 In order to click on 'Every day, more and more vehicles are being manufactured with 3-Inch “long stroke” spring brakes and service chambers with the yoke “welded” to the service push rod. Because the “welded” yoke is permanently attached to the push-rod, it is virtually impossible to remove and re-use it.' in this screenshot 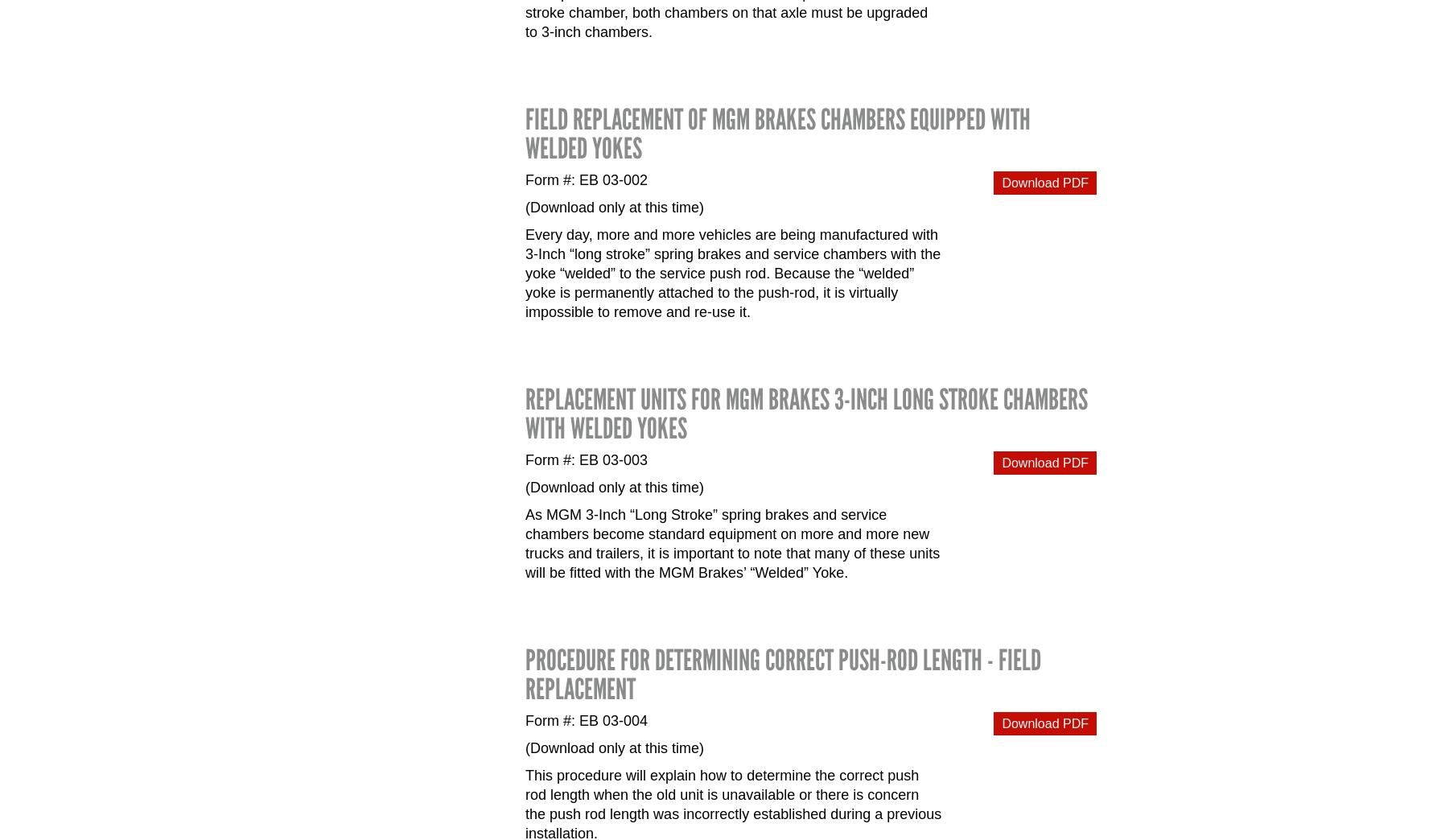, I will do `click(733, 274)`.